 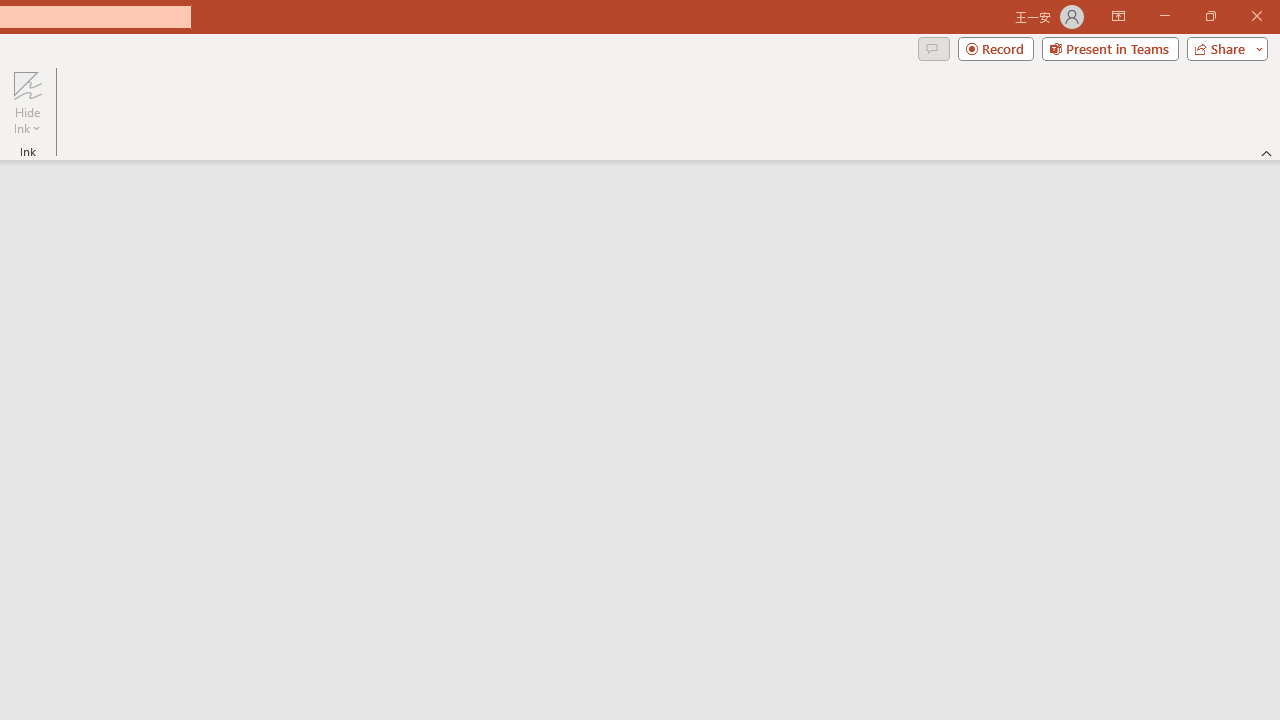 What do you see at coordinates (1222, 47) in the screenshot?
I see `'Share'` at bounding box center [1222, 47].